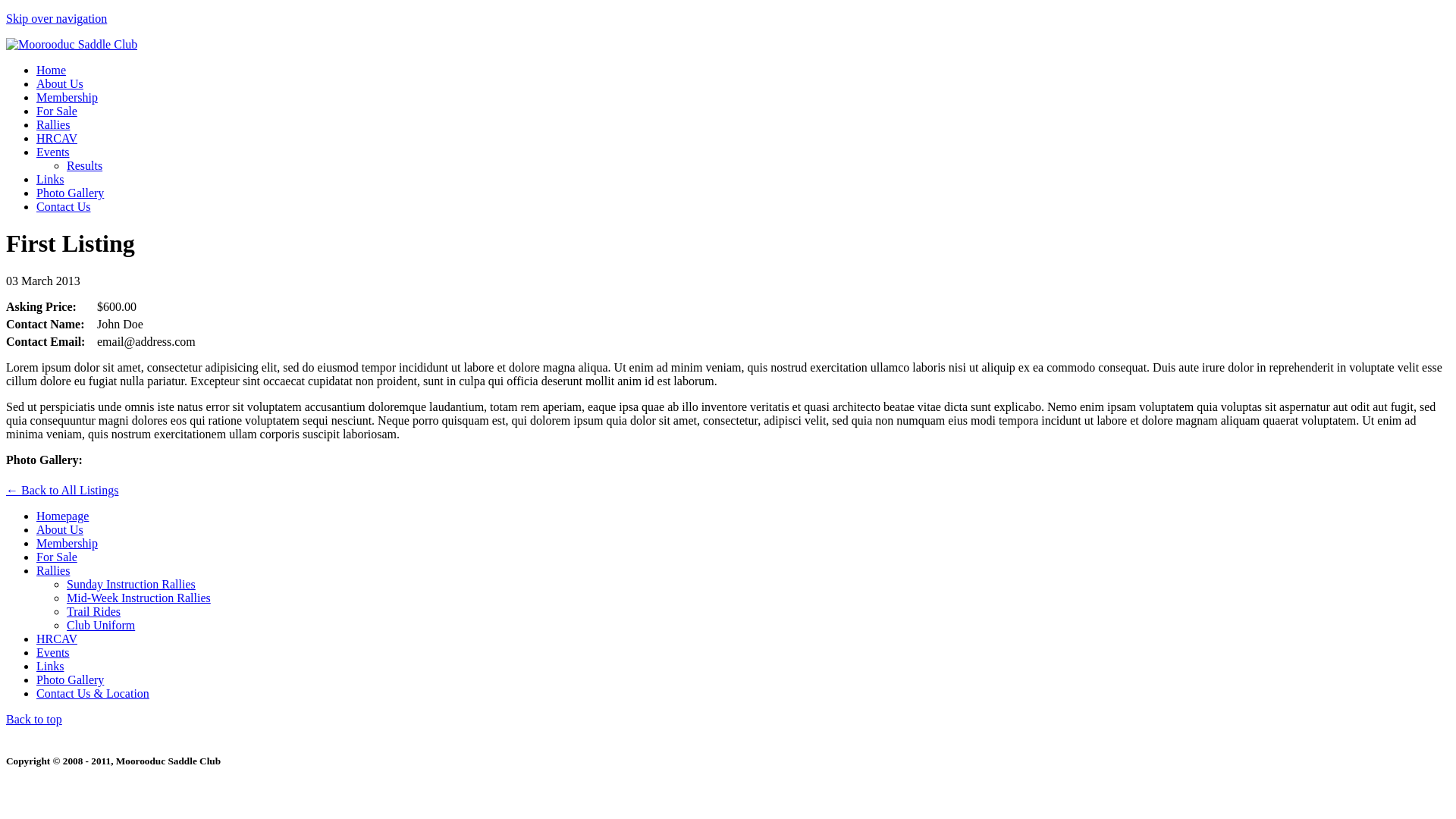 The image size is (1456, 819). Describe the element at coordinates (61, 515) in the screenshot. I see `'Homepage'` at that location.